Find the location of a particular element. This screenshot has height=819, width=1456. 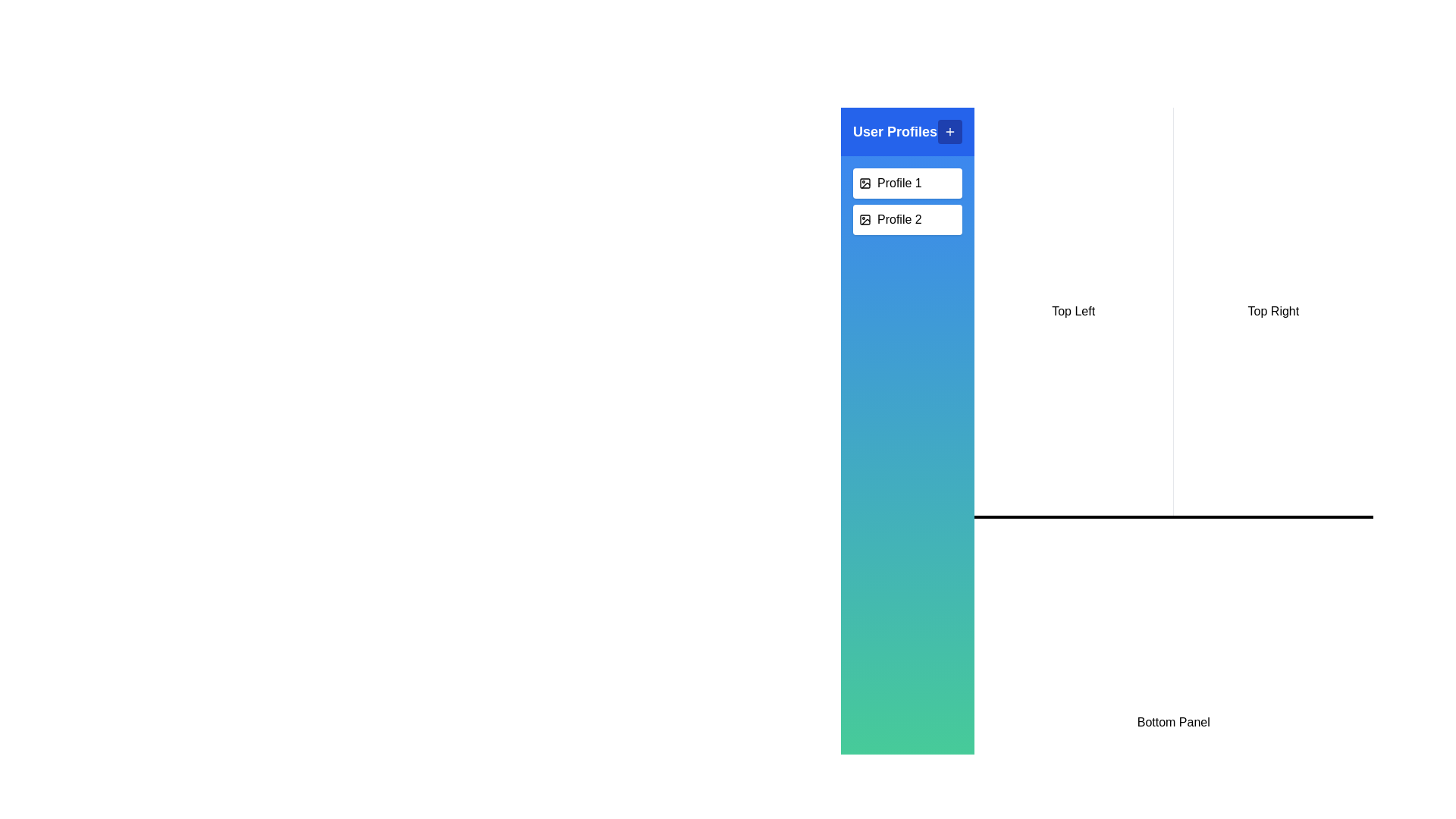

the visual separator element, which is a thin, horizontal black line separating the 'Top Right' and 'Bottom Panel' areas is located at coordinates (1172, 516).